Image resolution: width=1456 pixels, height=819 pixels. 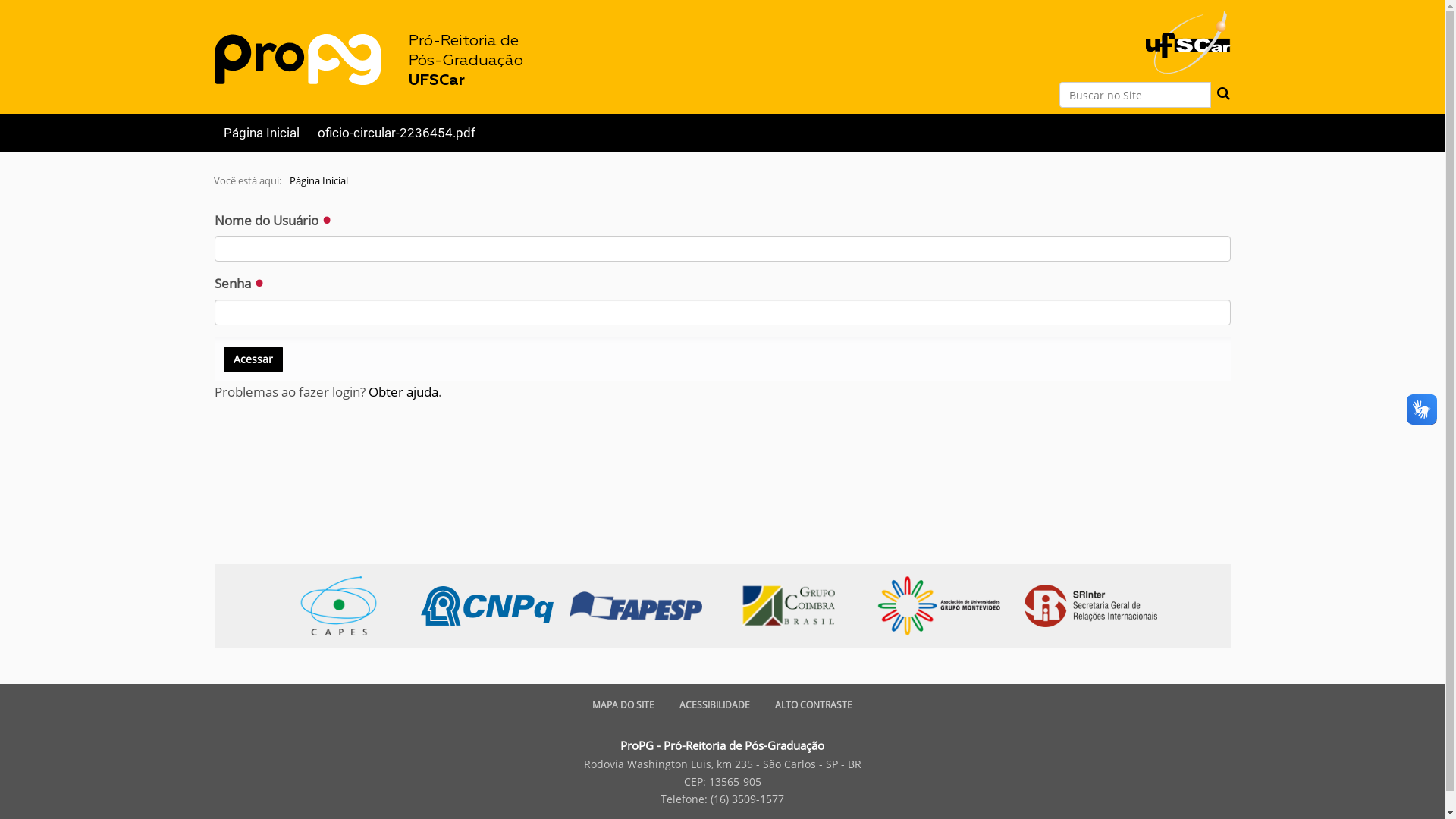 What do you see at coordinates (795, 604) in the screenshot?
I see `'Grupo Coimbra'` at bounding box center [795, 604].